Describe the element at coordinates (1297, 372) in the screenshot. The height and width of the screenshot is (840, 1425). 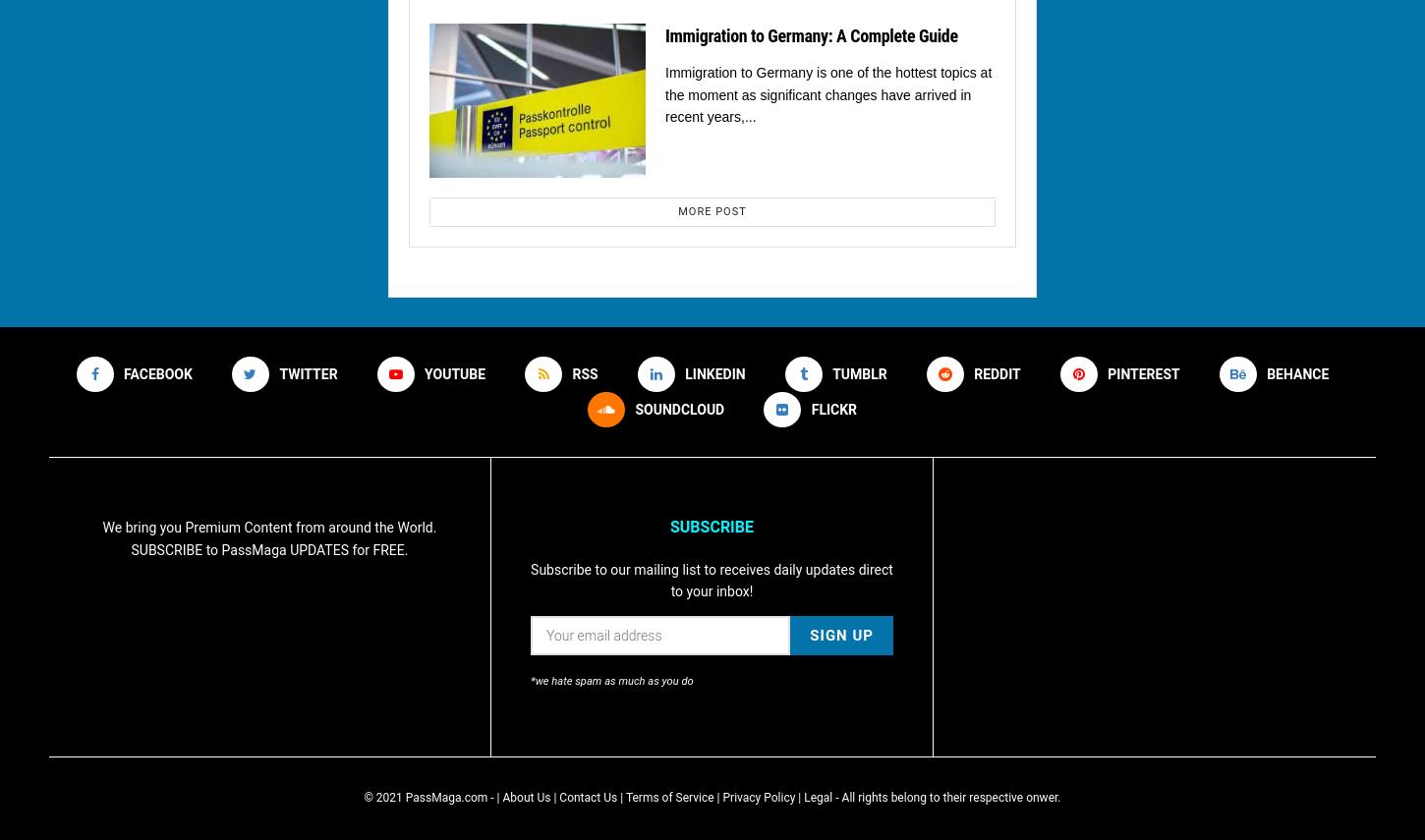
I see `'Behance'` at that location.